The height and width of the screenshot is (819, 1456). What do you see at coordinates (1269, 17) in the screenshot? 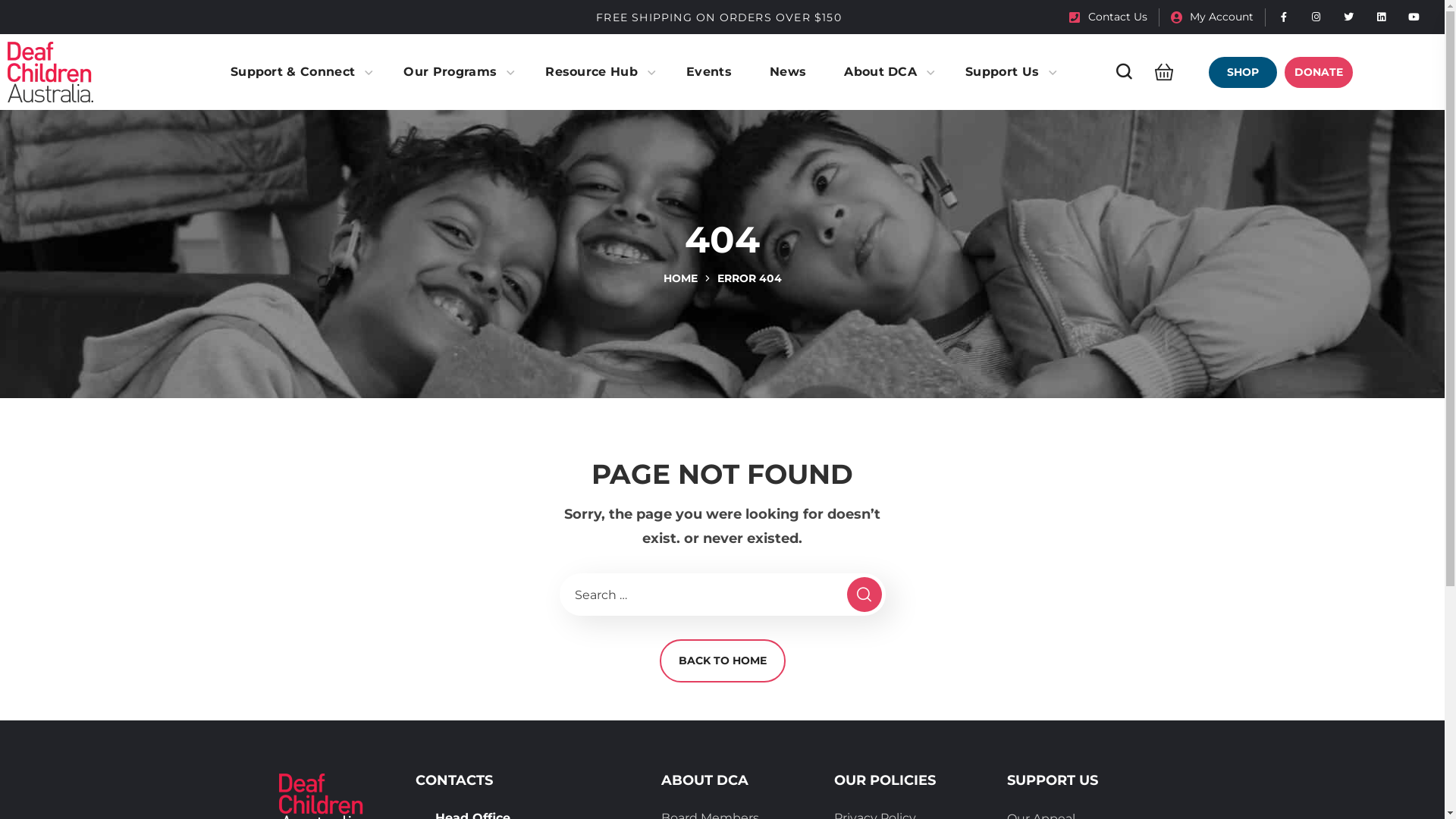
I see `'Facebook'` at bounding box center [1269, 17].